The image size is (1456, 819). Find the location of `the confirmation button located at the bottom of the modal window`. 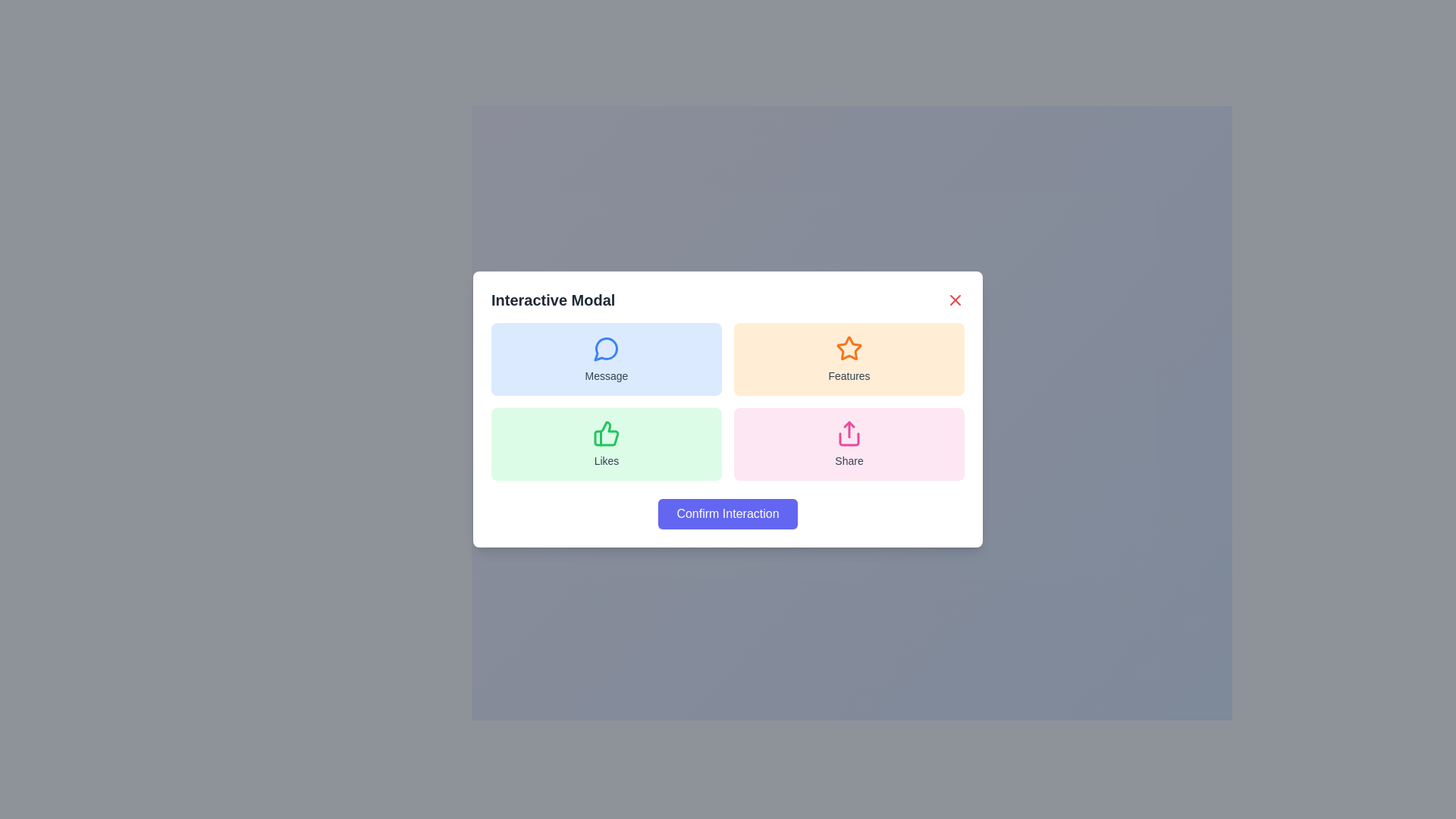

the confirmation button located at the bottom of the modal window is located at coordinates (728, 513).